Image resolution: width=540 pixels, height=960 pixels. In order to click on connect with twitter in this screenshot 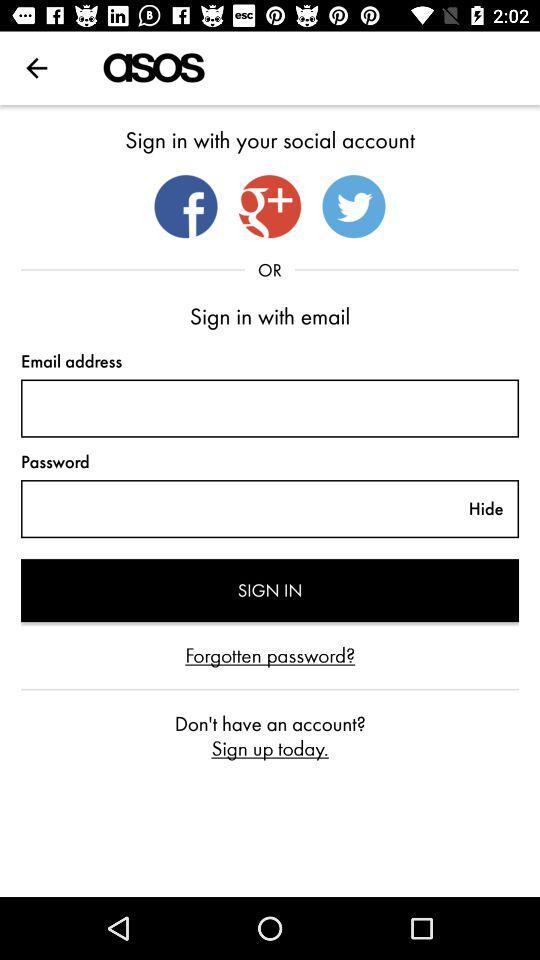, I will do `click(353, 206)`.